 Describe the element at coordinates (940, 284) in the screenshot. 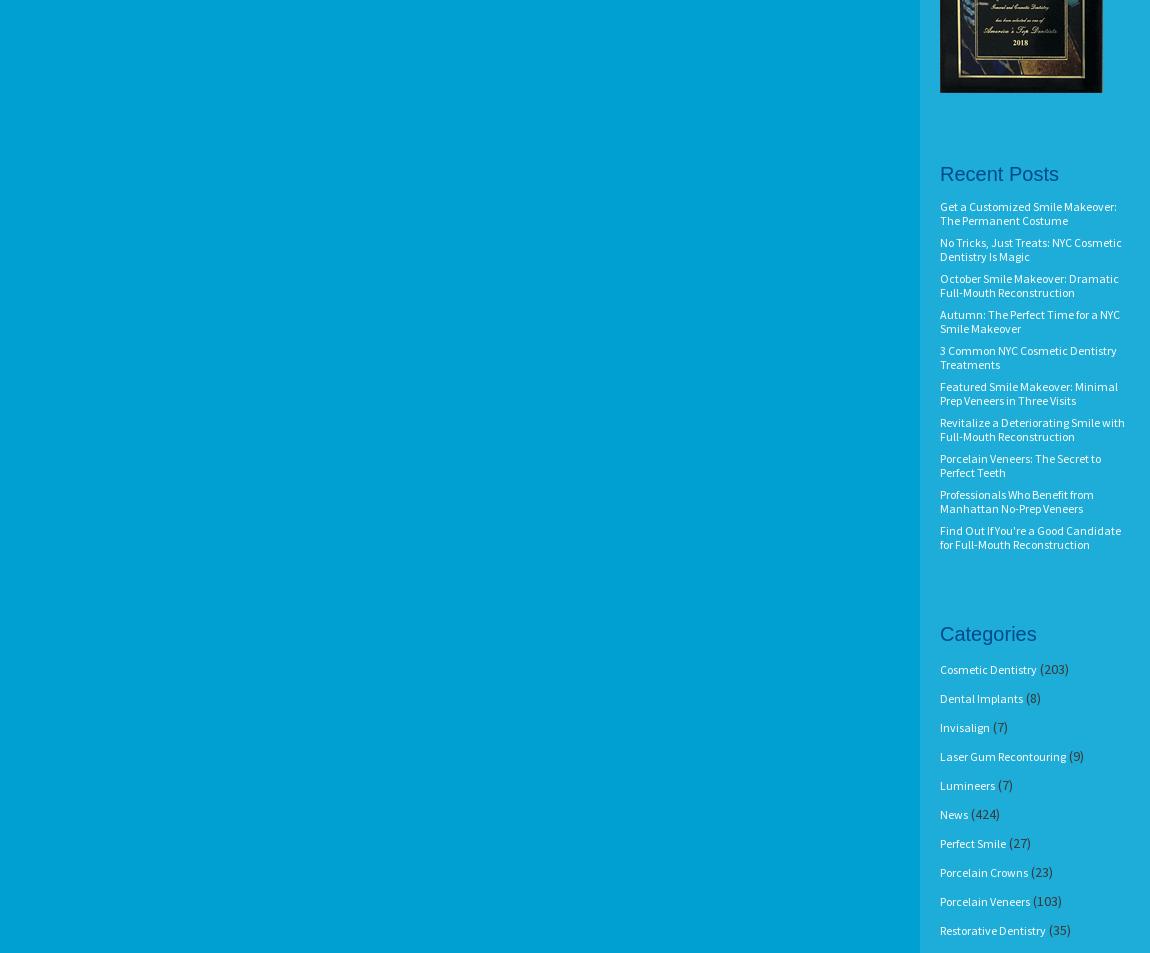

I see `'October Smile Makeover: Dramatic Full-Mouth Reconstruction'` at that location.